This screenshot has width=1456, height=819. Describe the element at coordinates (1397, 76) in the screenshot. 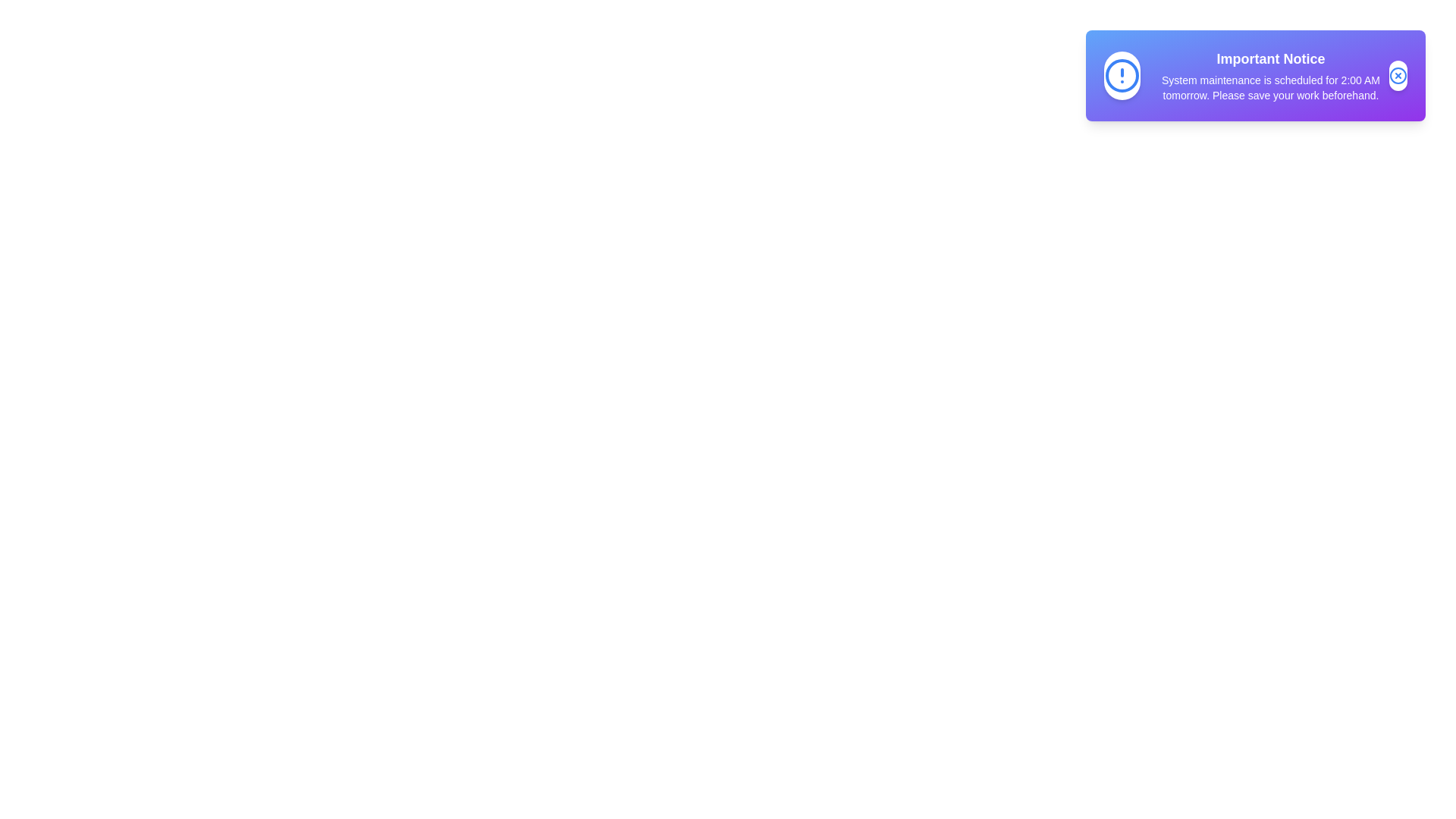

I see `the close button to dismiss the announcement` at that location.